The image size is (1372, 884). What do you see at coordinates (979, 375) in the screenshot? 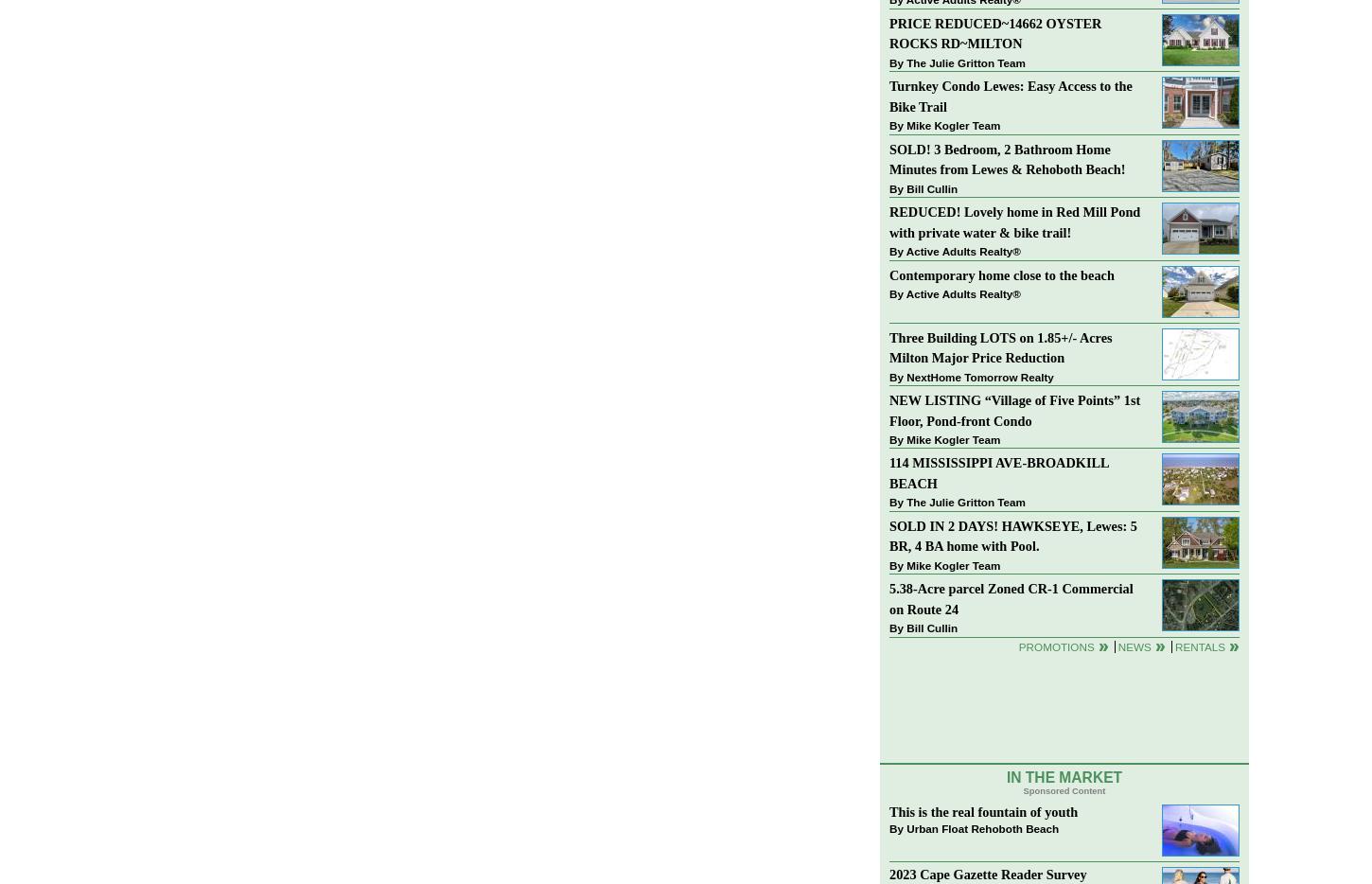
I see `'NextHome Tomorrow Realty'` at bounding box center [979, 375].